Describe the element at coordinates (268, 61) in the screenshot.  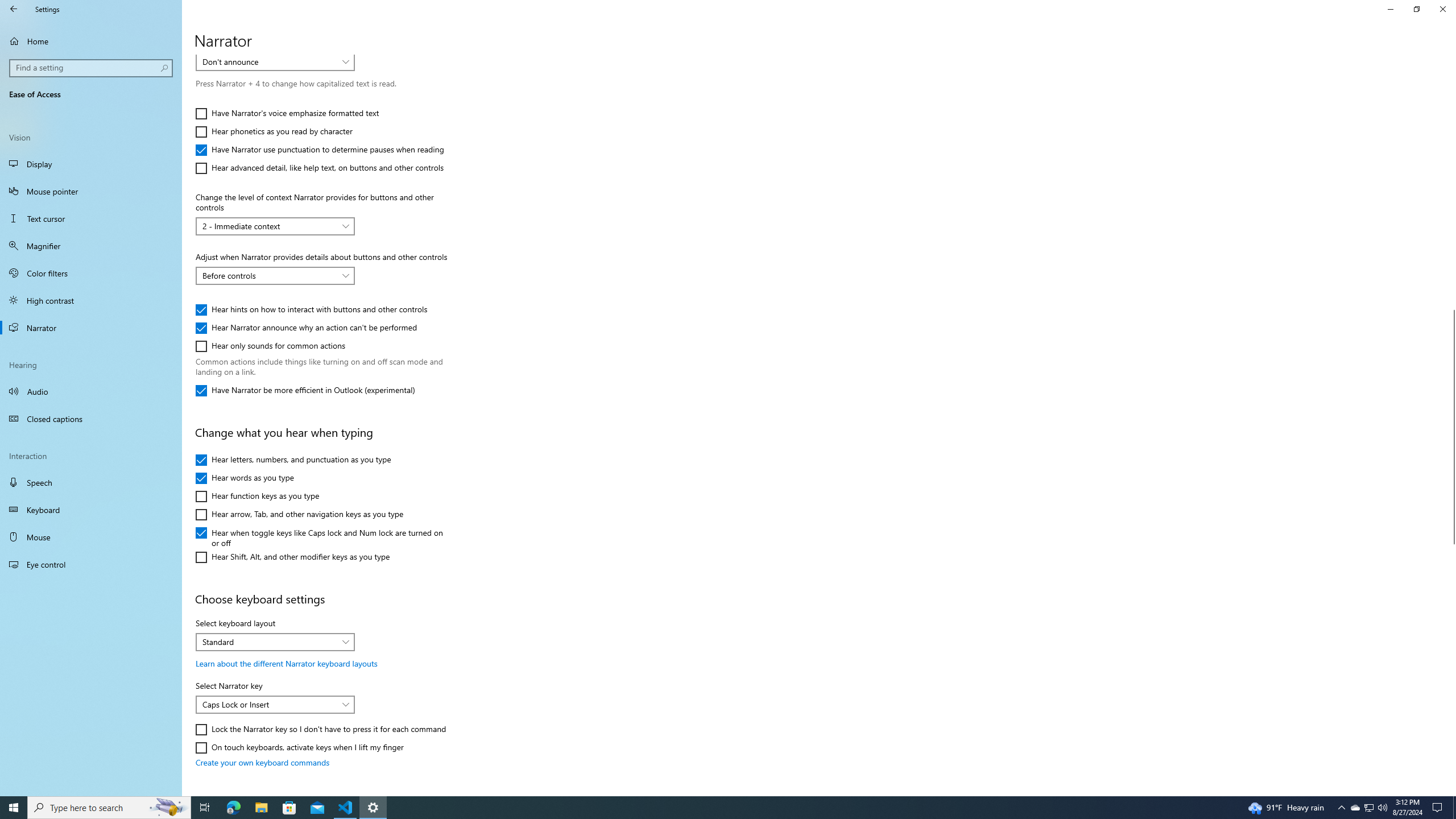
I see `'Don'` at that location.